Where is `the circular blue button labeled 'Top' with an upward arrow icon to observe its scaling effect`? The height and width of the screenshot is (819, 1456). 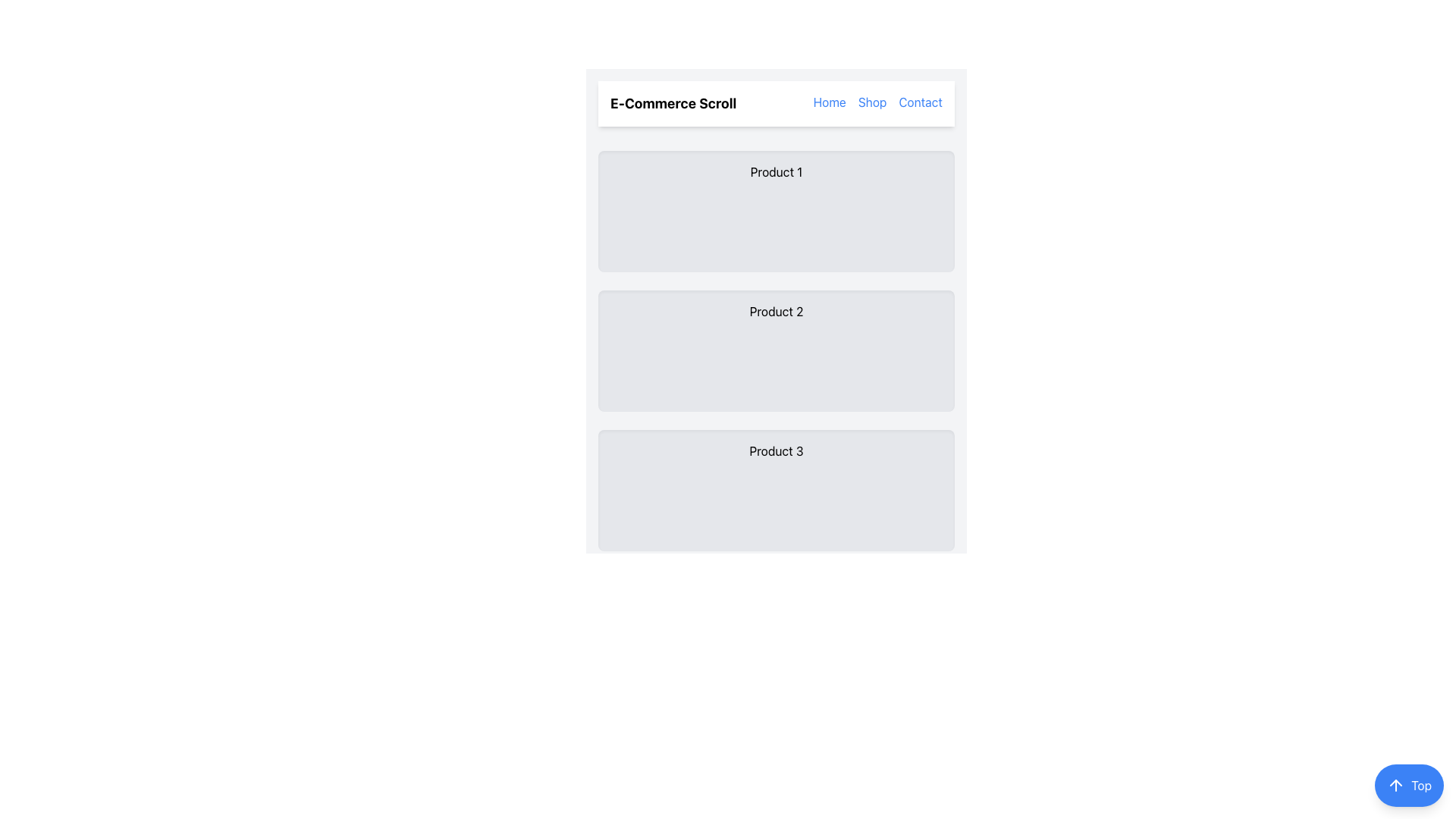 the circular blue button labeled 'Top' with an upward arrow icon to observe its scaling effect is located at coordinates (1408, 785).